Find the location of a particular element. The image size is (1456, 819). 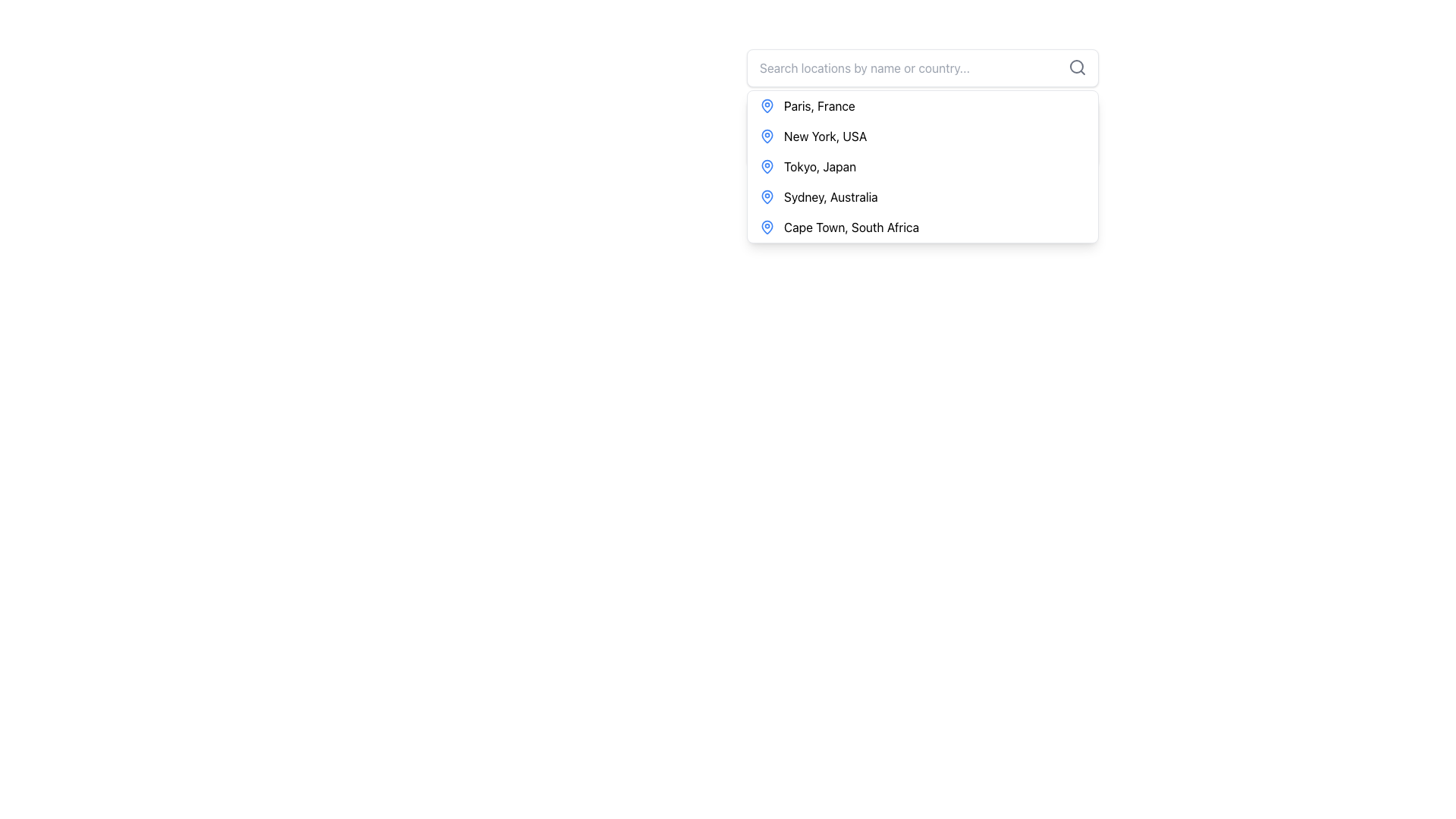

the decorative SVG Circle element of the magnifying glass icon that symbolizes search functionality, located at the top-right corner of the search bar is located at coordinates (1076, 66).